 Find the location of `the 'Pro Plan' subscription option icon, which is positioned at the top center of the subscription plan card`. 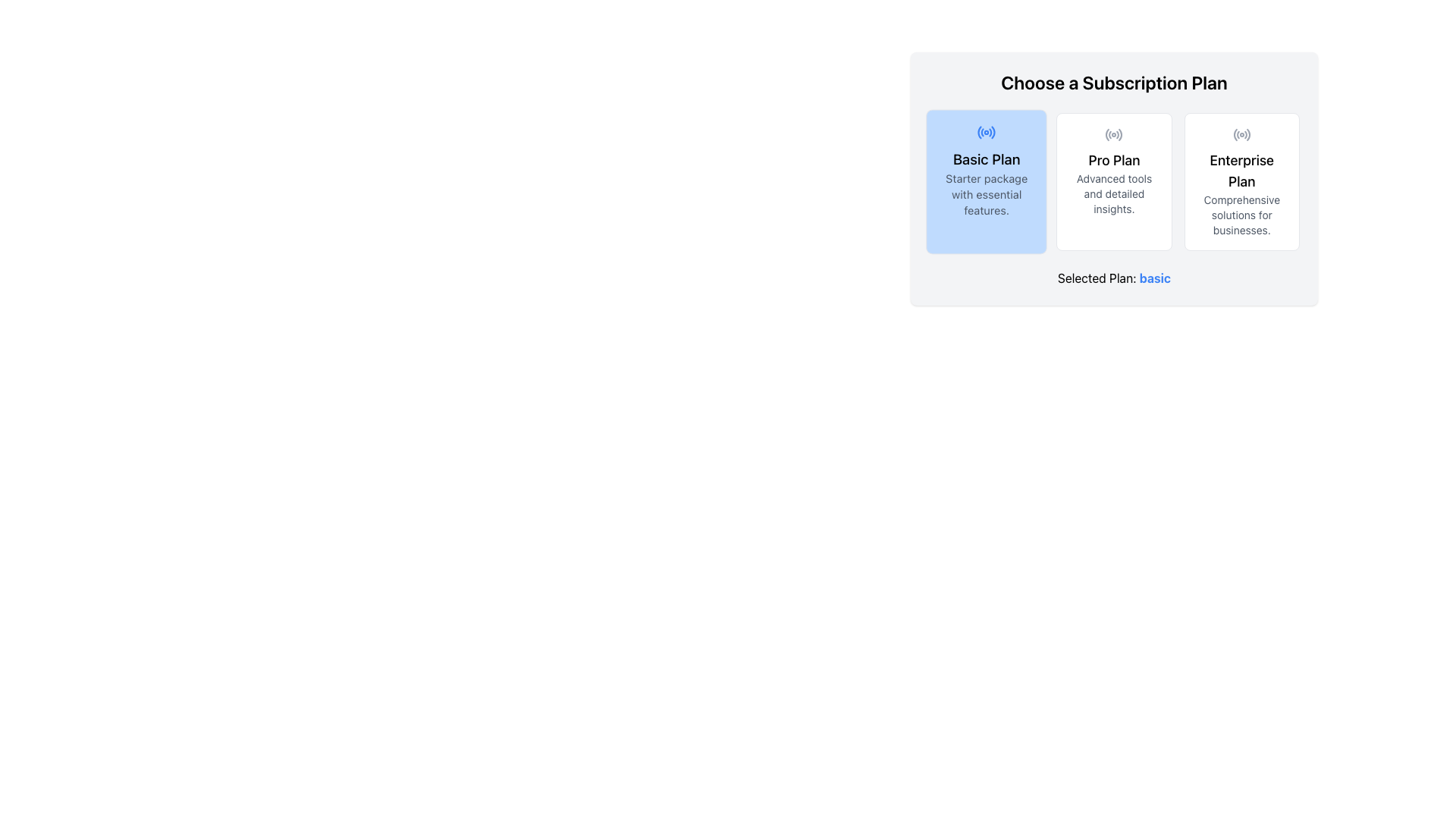

the 'Pro Plan' subscription option icon, which is positioned at the top center of the subscription plan card is located at coordinates (1114, 133).